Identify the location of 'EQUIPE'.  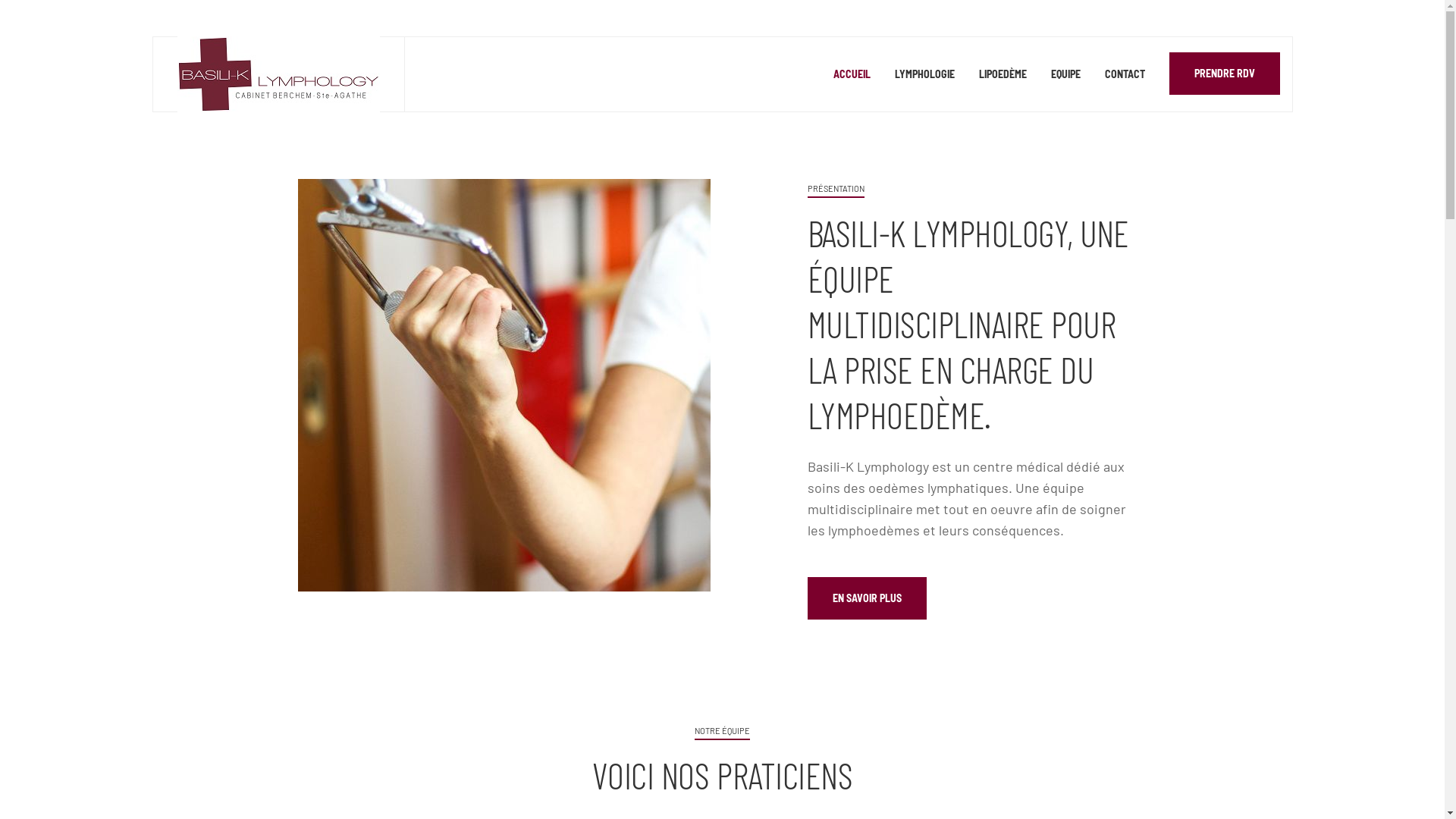
(1065, 74).